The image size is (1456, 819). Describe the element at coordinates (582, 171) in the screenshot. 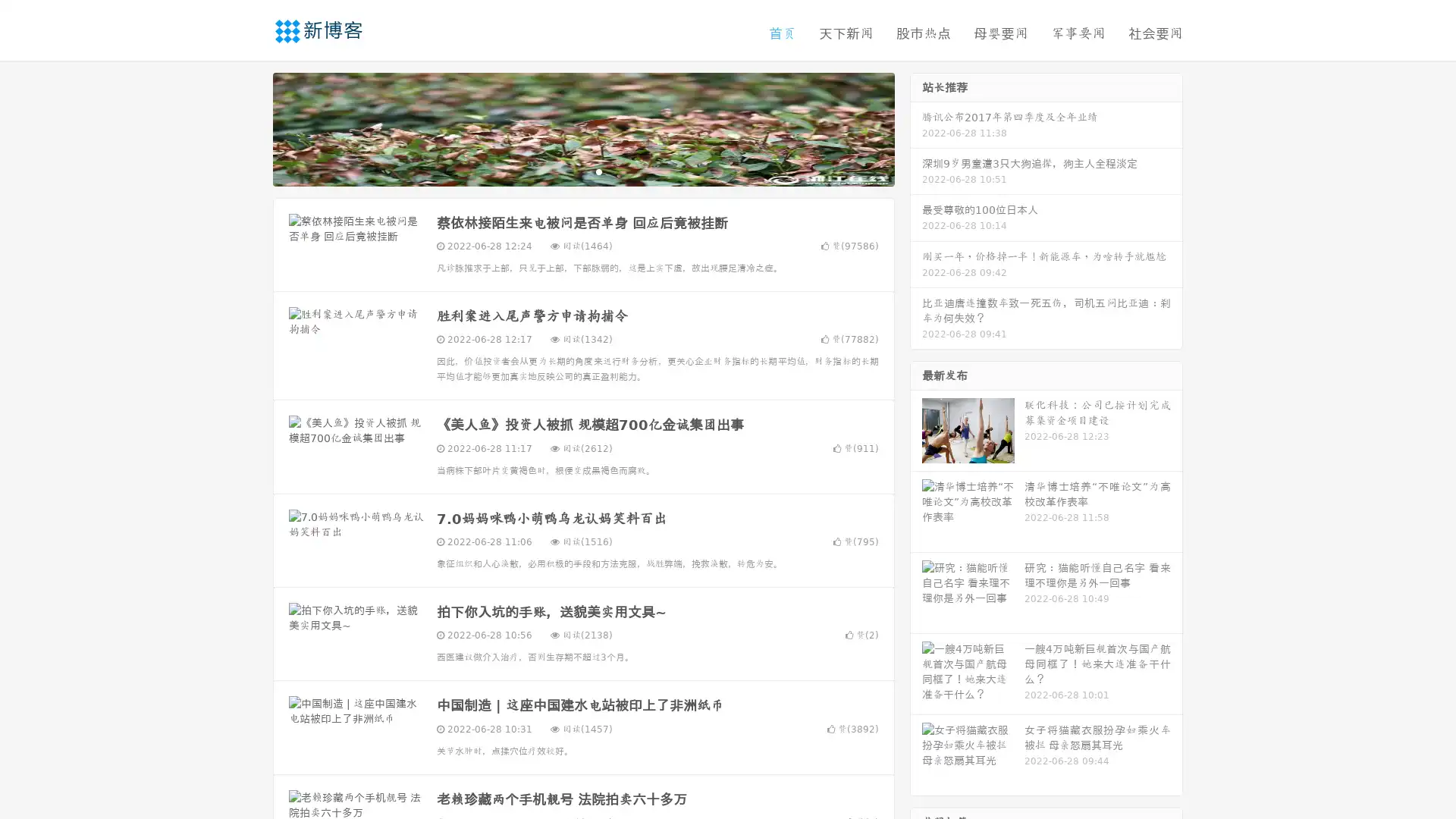

I see `Go to slide 2` at that location.